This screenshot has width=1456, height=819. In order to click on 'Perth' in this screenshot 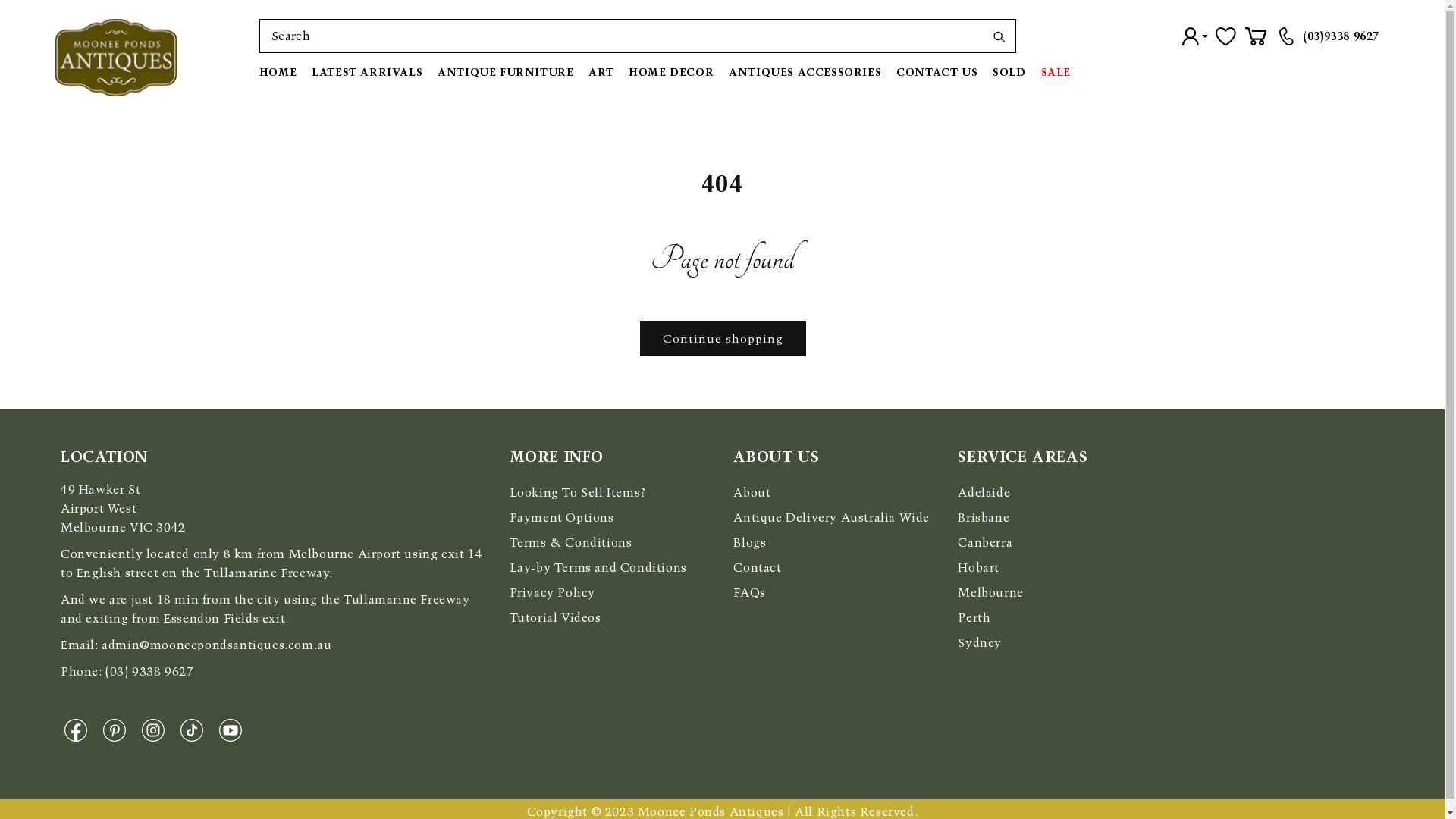, I will do `click(974, 617)`.